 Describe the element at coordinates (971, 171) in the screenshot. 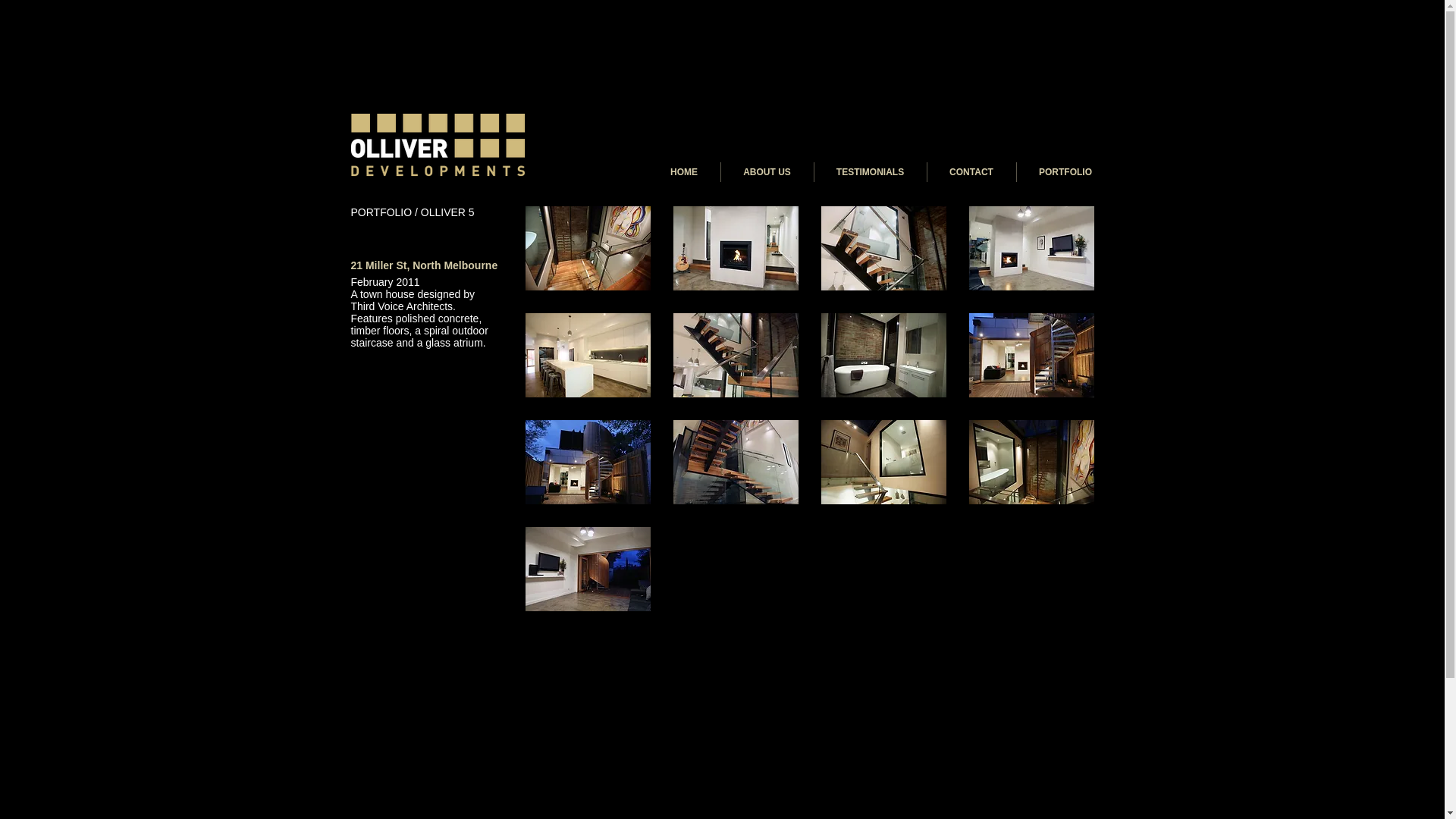

I see `'CONTACT'` at that location.